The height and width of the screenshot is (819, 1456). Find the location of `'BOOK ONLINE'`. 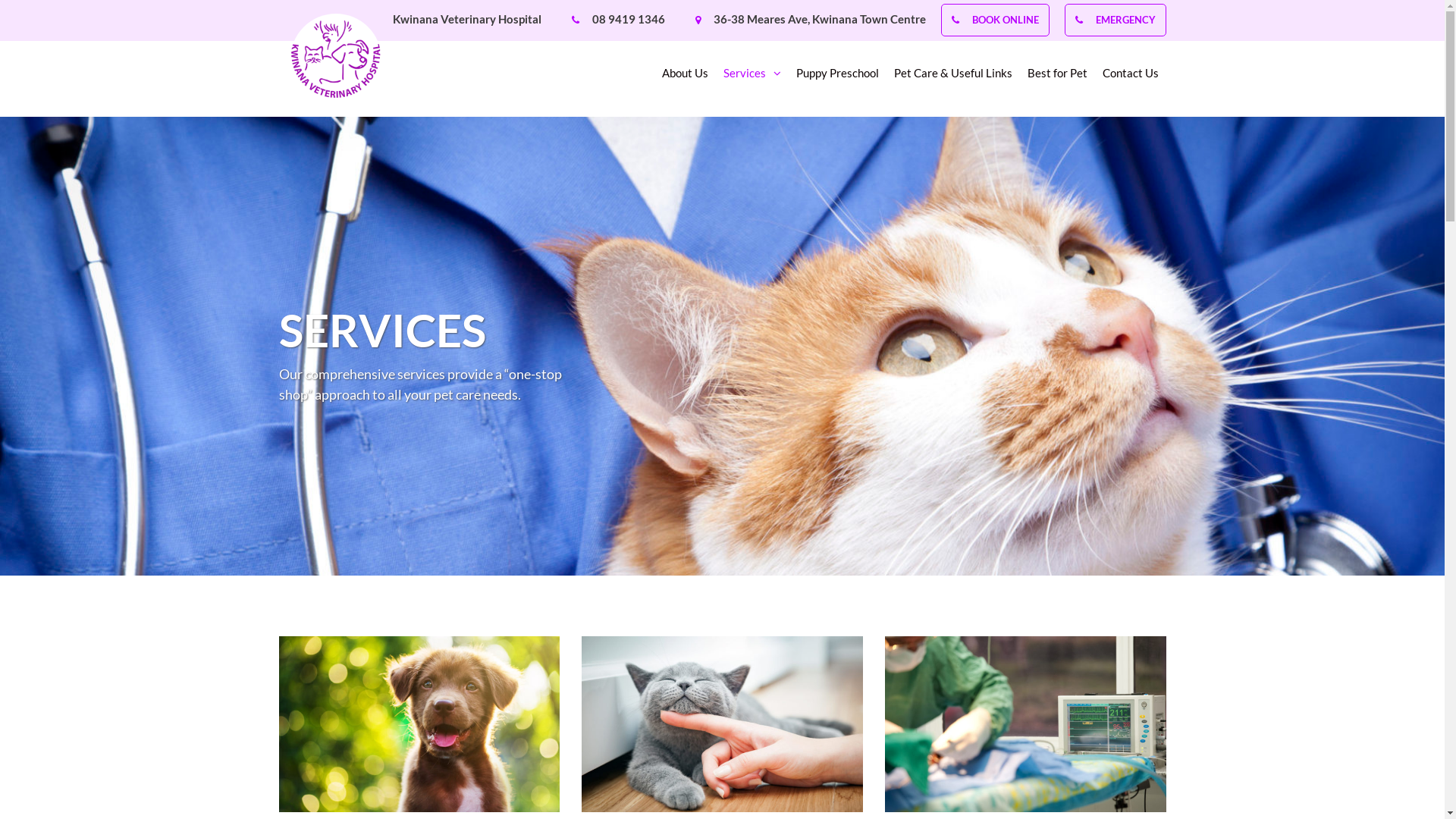

'BOOK ONLINE' is located at coordinates (1005, 20).